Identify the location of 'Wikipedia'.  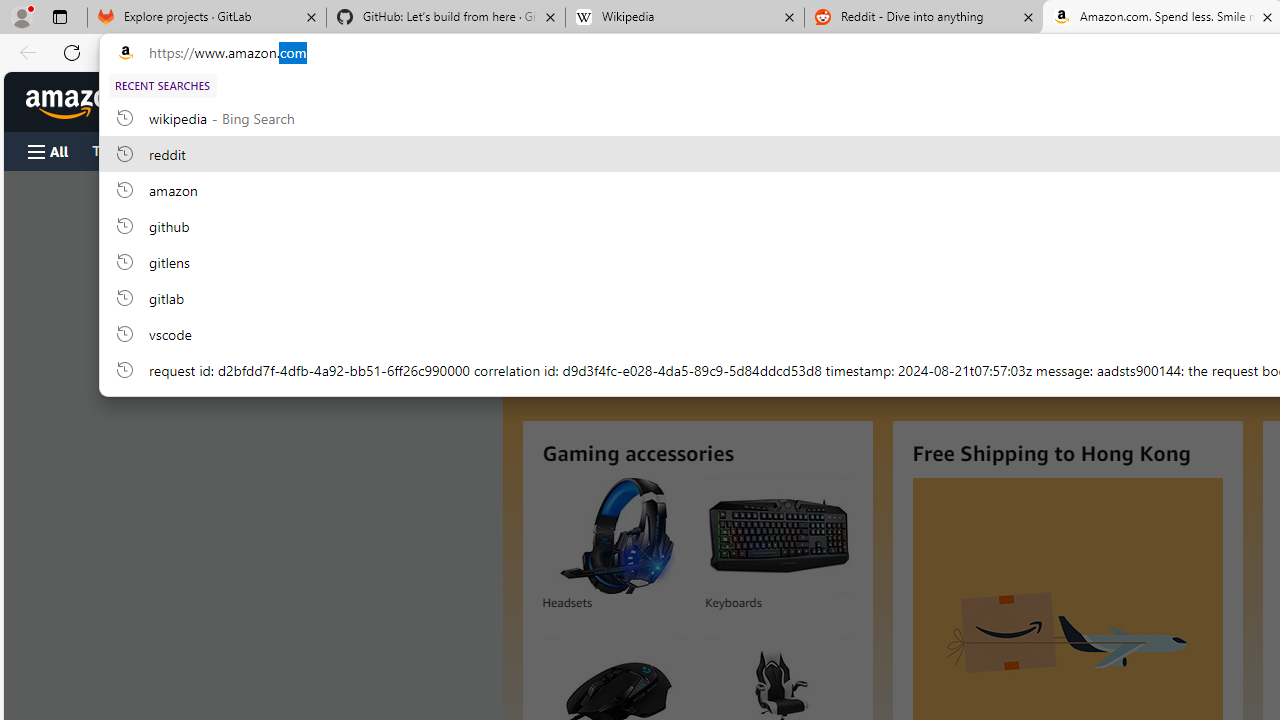
(684, 17).